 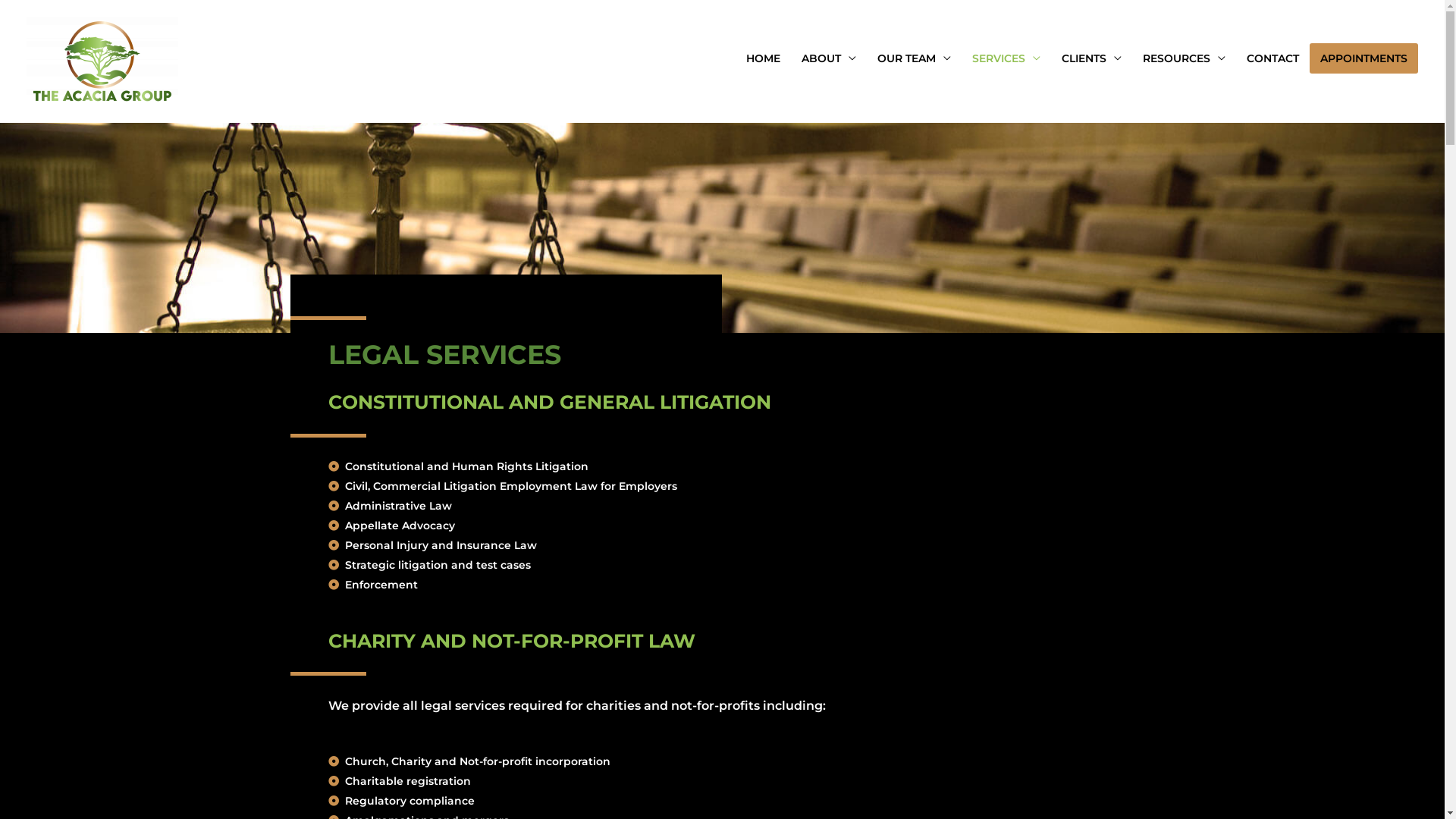 What do you see at coordinates (913, 58) in the screenshot?
I see `'OUR TEAM'` at bounding box center [913, 58].